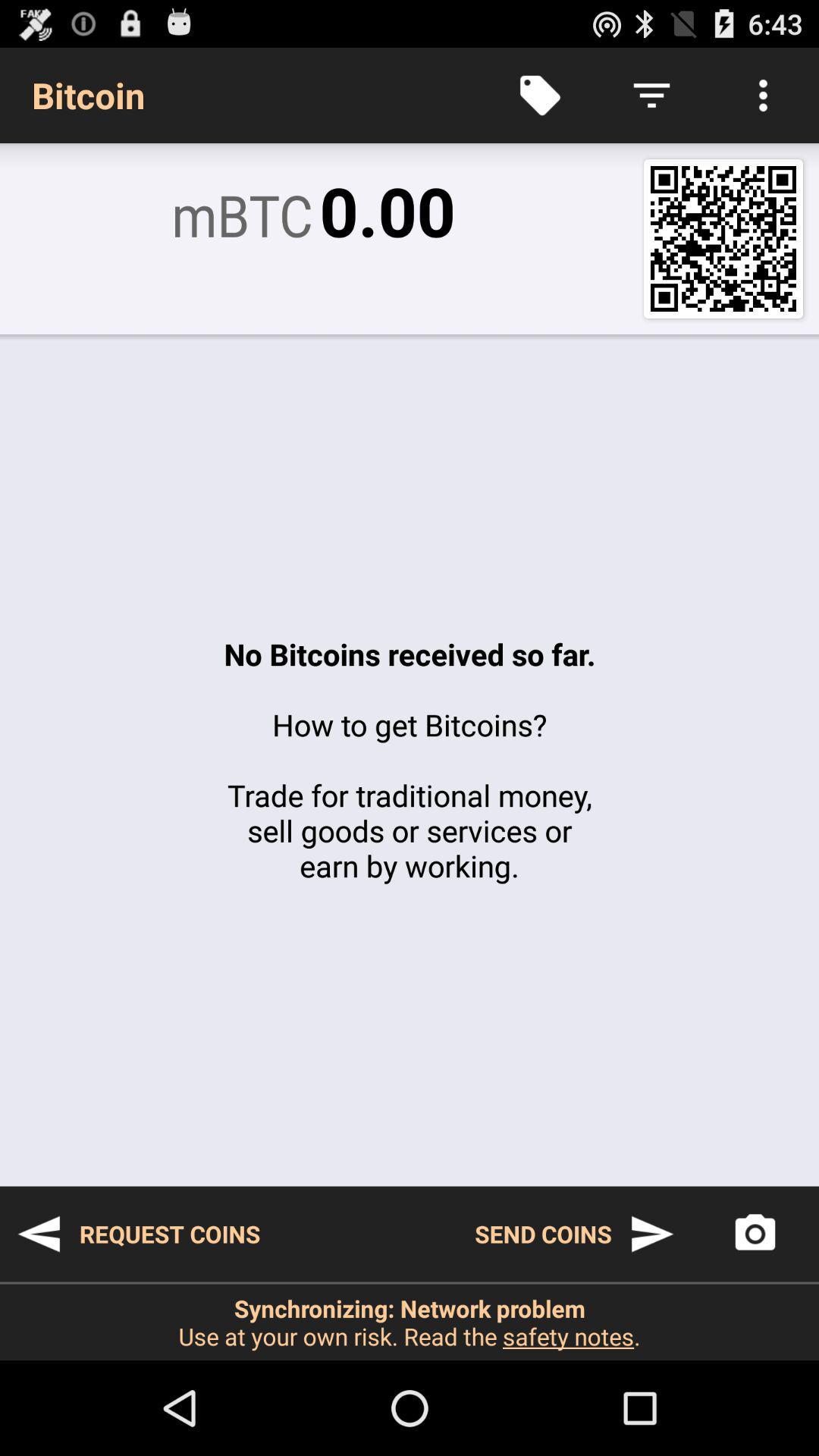 This screenshot has width=819, height=1456. What do you see at coordinates (575, 1234) in the screenshot?
I see `button next to request coins` at bounding box center [575, 1234].